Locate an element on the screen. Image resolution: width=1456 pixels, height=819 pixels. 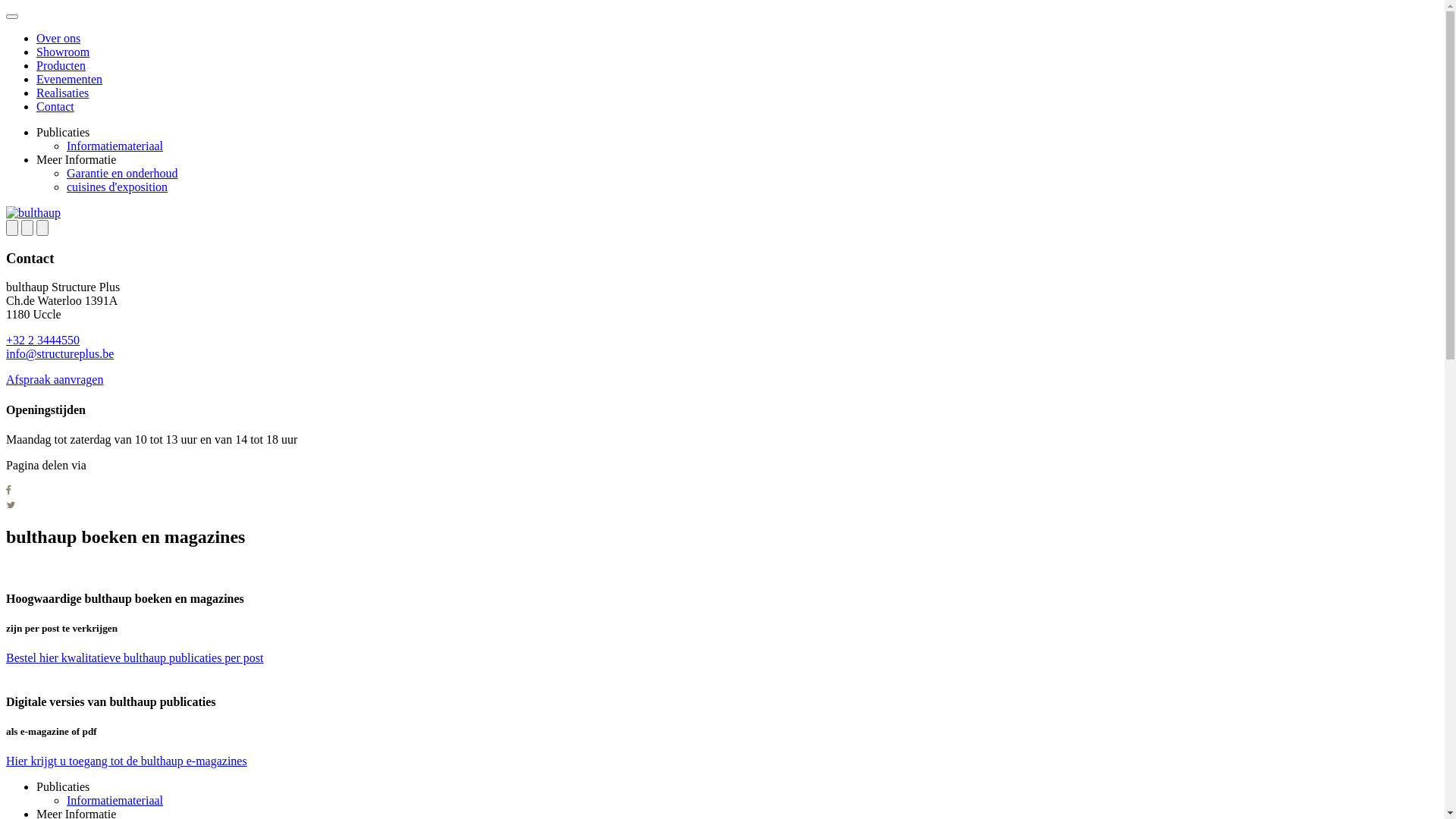
'+32 2 3444550' is located at coordinates (6, 339).